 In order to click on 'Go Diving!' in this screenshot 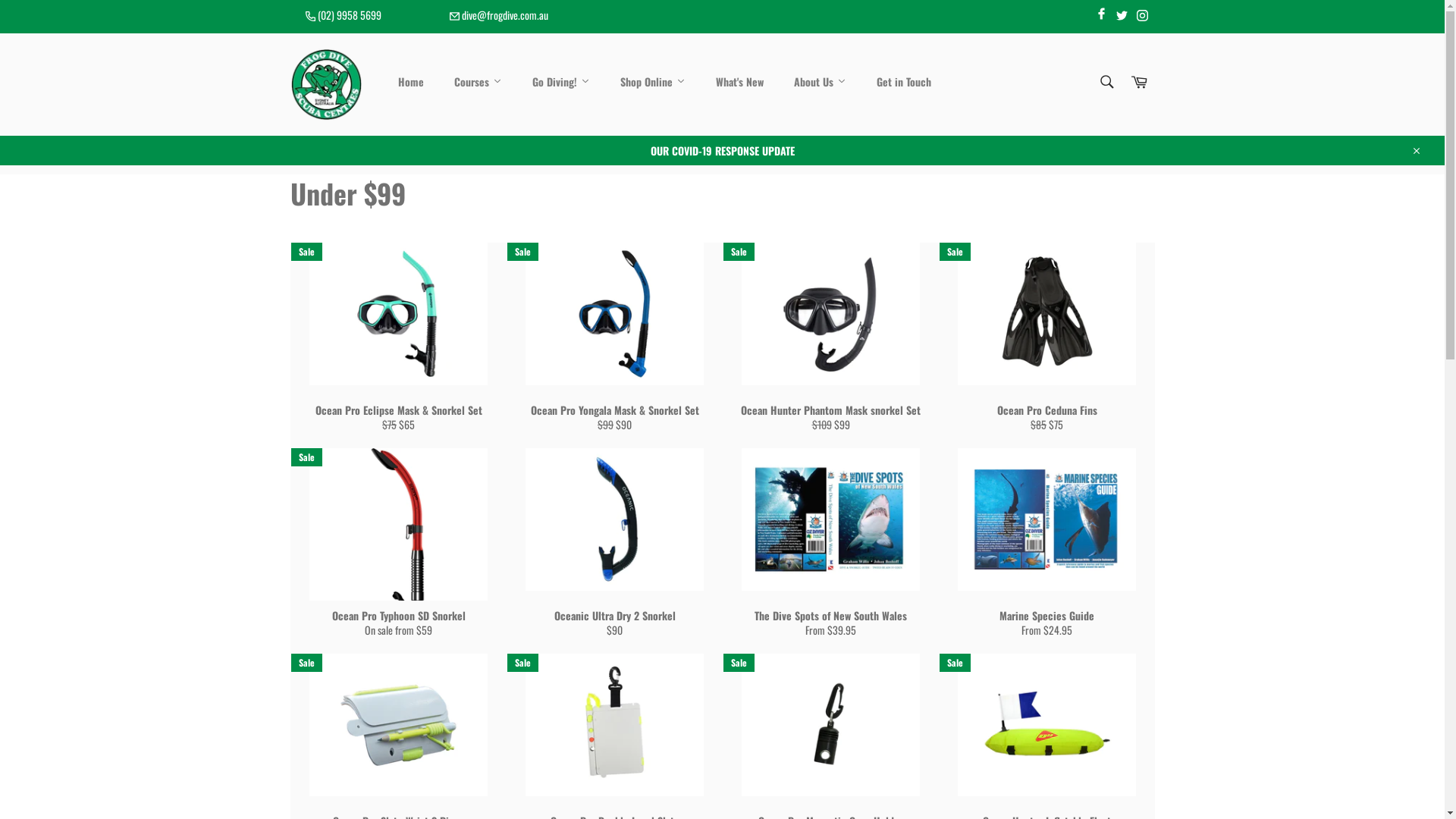, I will do `click(560, 82)`.